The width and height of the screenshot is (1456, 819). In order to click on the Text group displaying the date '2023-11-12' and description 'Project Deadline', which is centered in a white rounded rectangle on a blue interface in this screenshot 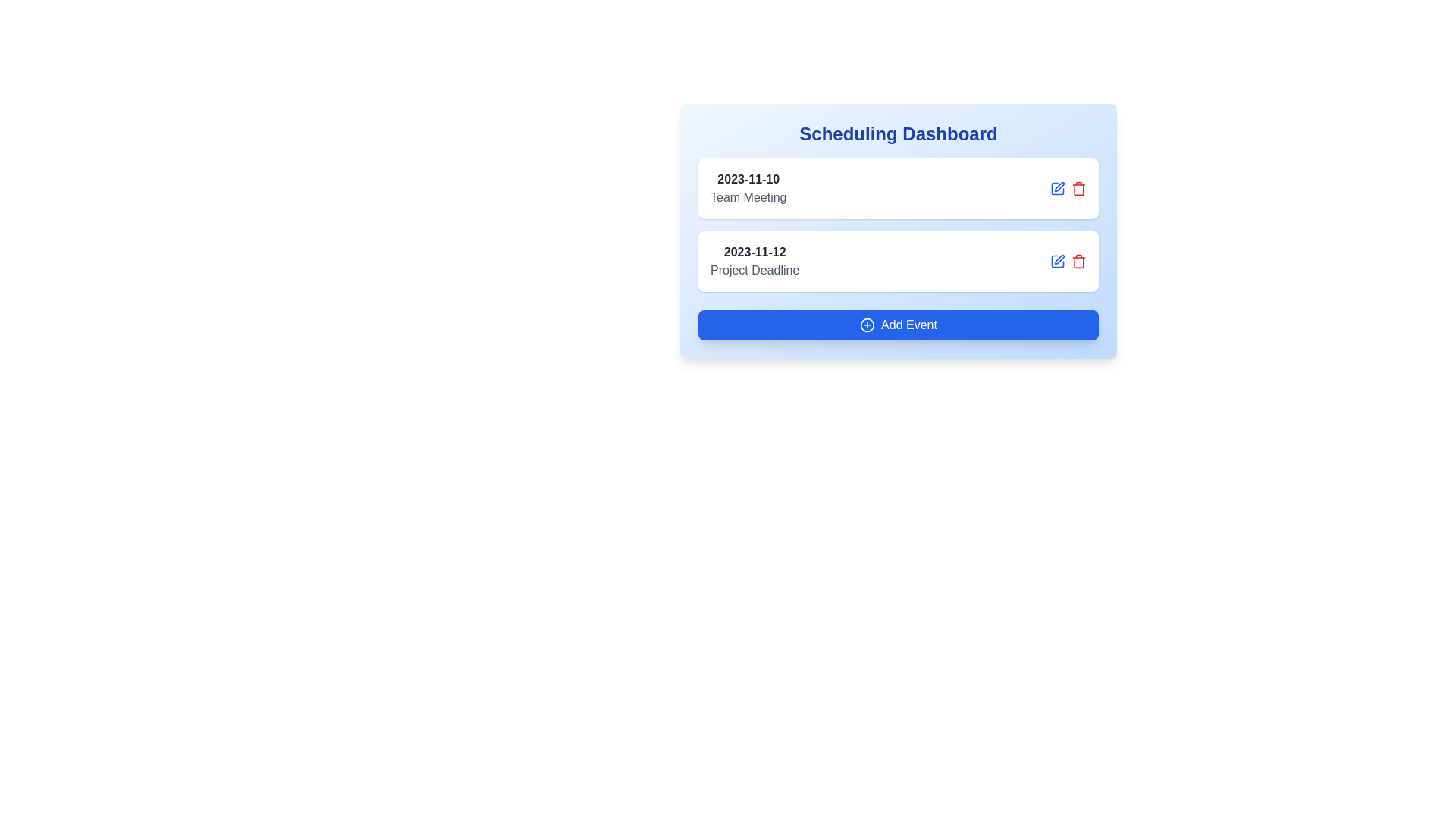, I will do `click(755, 260)`.